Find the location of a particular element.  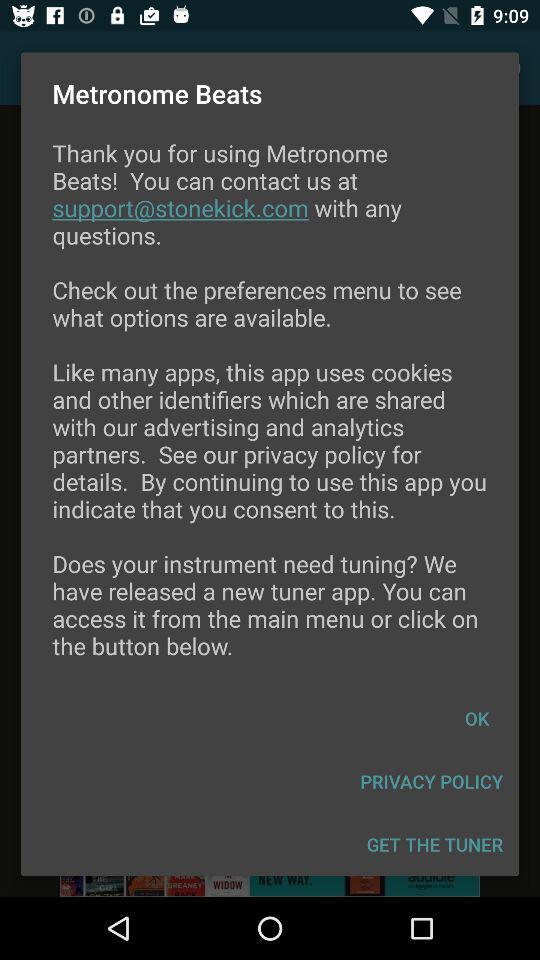

the icon above the get the tuner icon is located at coordinates (430, 781).